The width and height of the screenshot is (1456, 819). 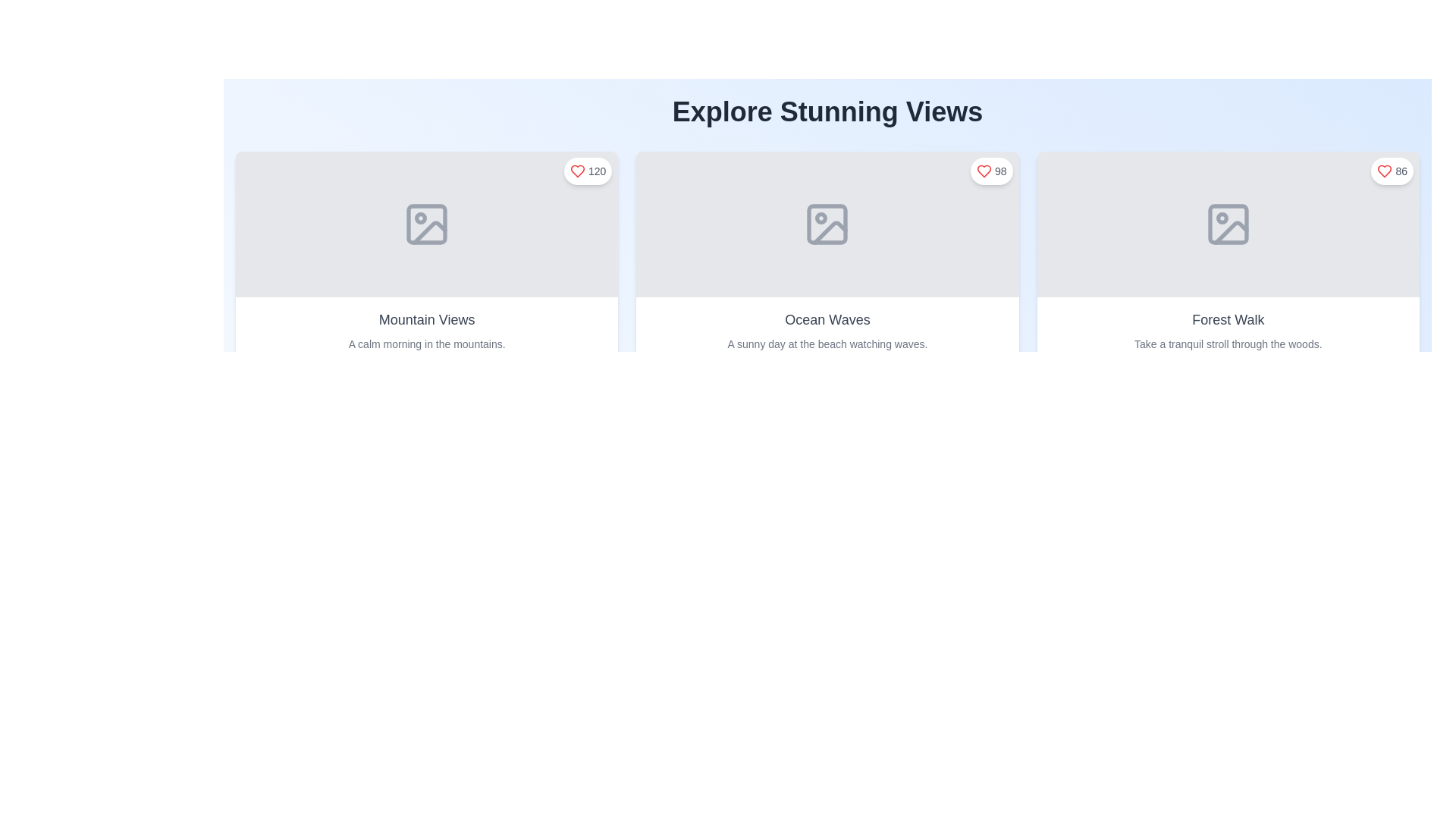 What do you see at coordinates (1000, 171) in the screenshot?
I see `the Text Label displaying the count of likes in the notification bubble at the top-right corner of the second image card` at bounding box center [1000, 171].